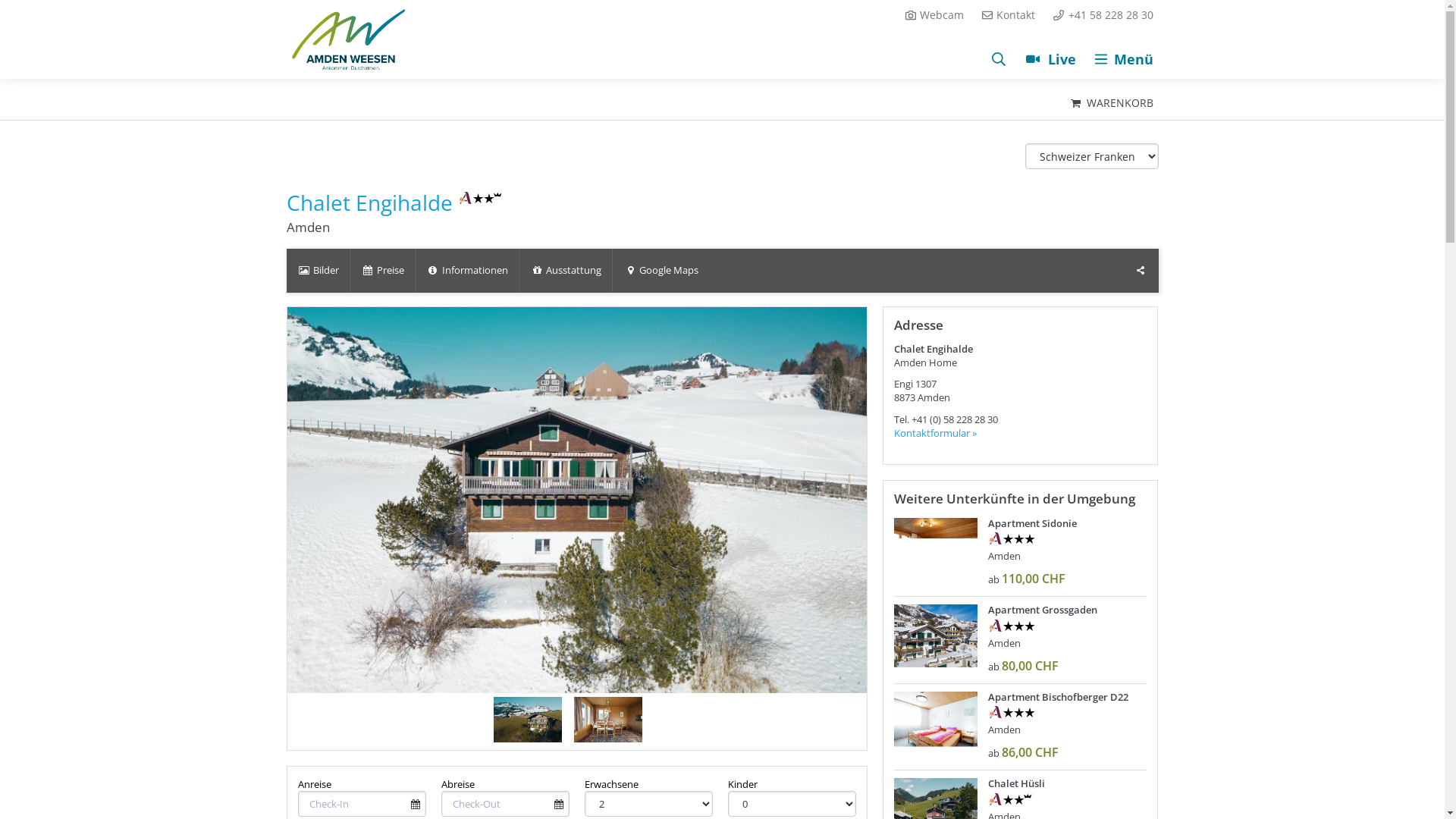 The height and width of the screenshot is (819, 1456). Describe the element at coordinates (934, 15) in the screenshot. I see `'Webcam'` at that location.